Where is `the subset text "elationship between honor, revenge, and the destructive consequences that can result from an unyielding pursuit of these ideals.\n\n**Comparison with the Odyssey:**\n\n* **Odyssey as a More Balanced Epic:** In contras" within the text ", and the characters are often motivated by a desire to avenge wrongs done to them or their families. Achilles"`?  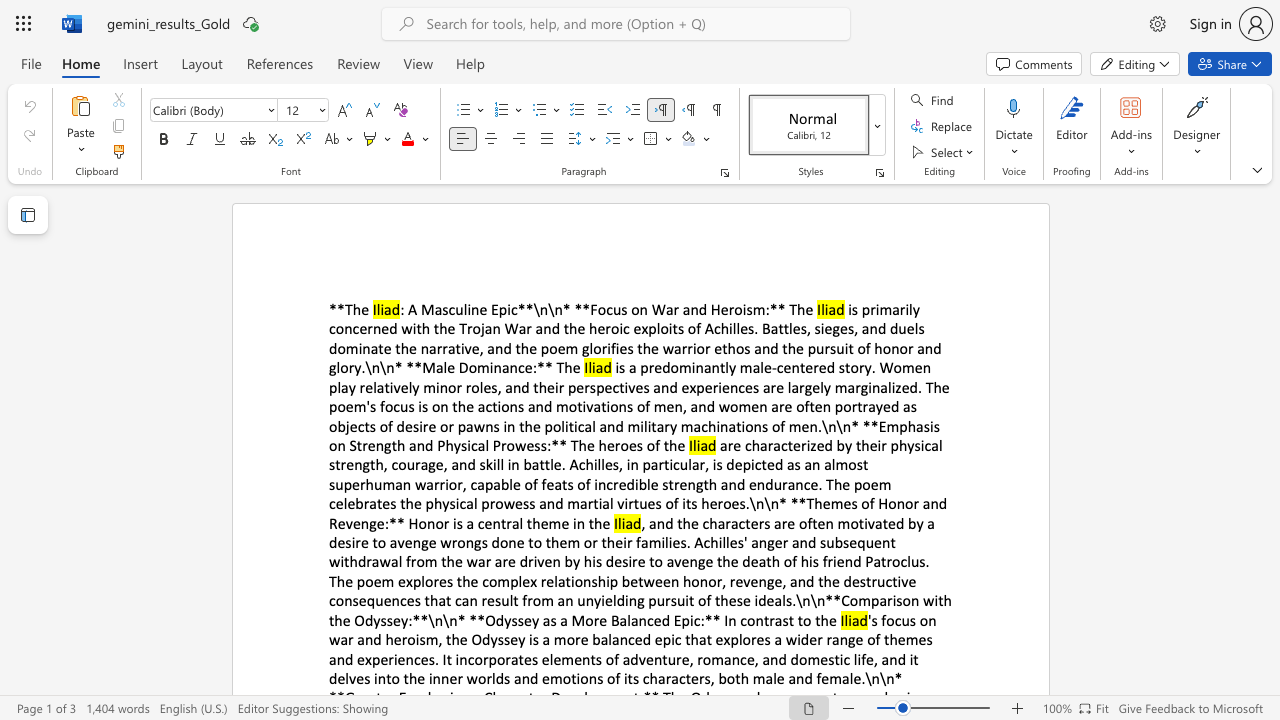
the subset text "elationship between honor, revenge, and the destructive consequences that can result from an unyielding pursuit of these ideals.\n\n**Comparison with the Odyssey:**\n\n* **Odyssey as a More Balanced Epic:** In contras" within the text ", and the characters are often motivated by a desire to avenge wrongs done to them or their families. Achilles" is located at coordinates (546, 581).